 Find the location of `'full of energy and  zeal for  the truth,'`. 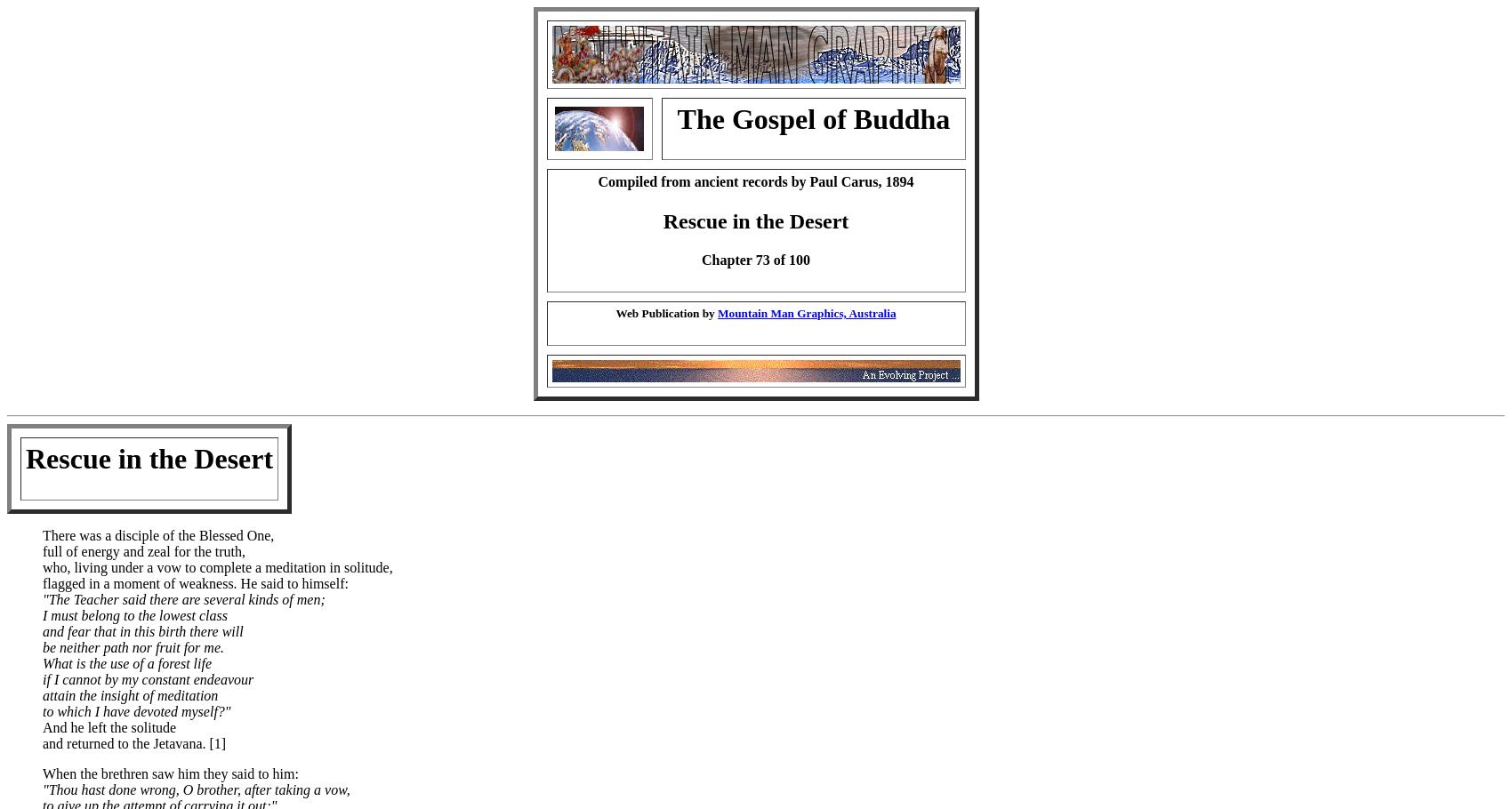

'full of energy and  zeal for  the truth,' is located at coordinates (42, 550).